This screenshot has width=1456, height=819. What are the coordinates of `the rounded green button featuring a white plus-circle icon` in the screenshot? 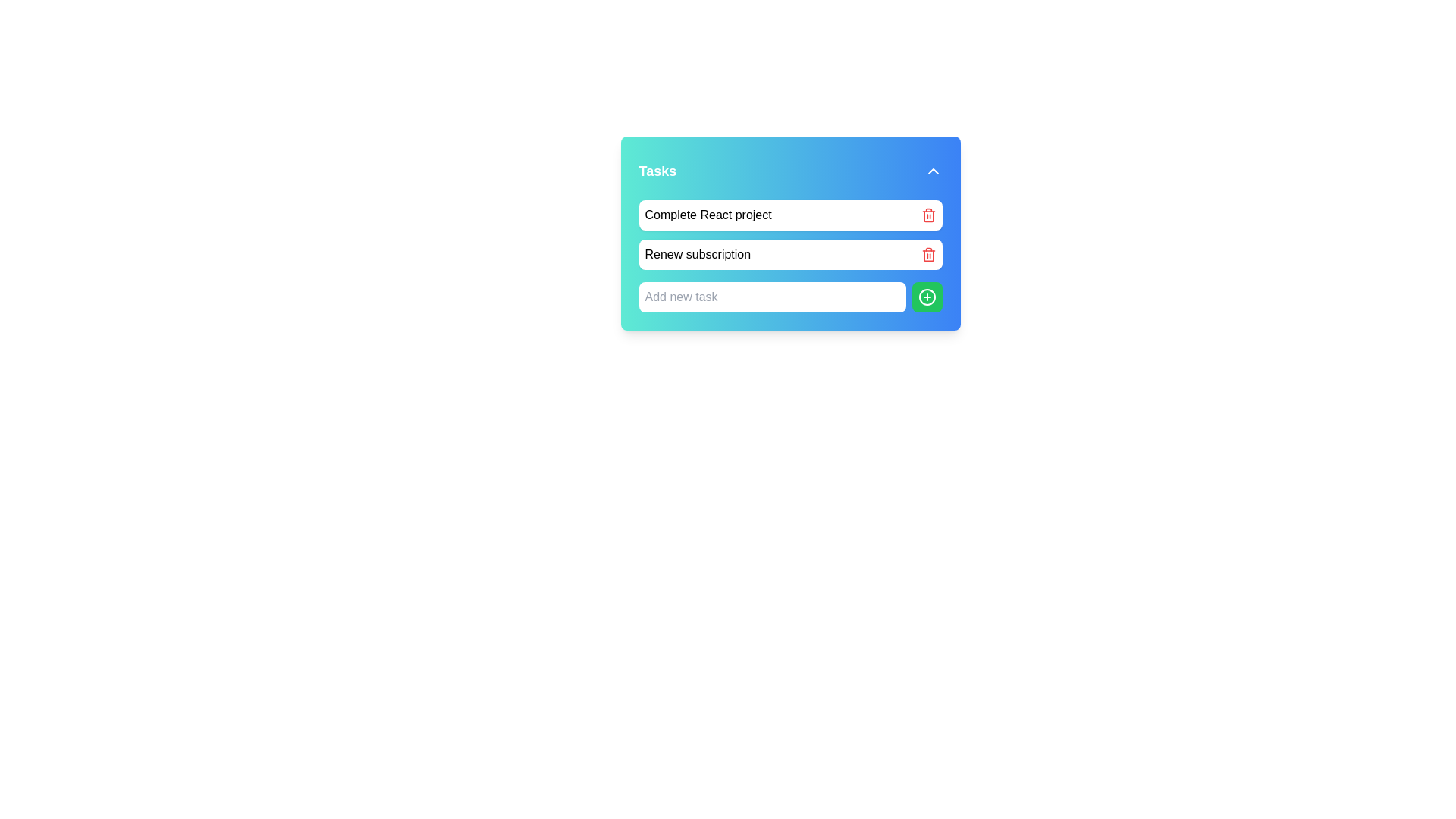 It's located at (926, 297).